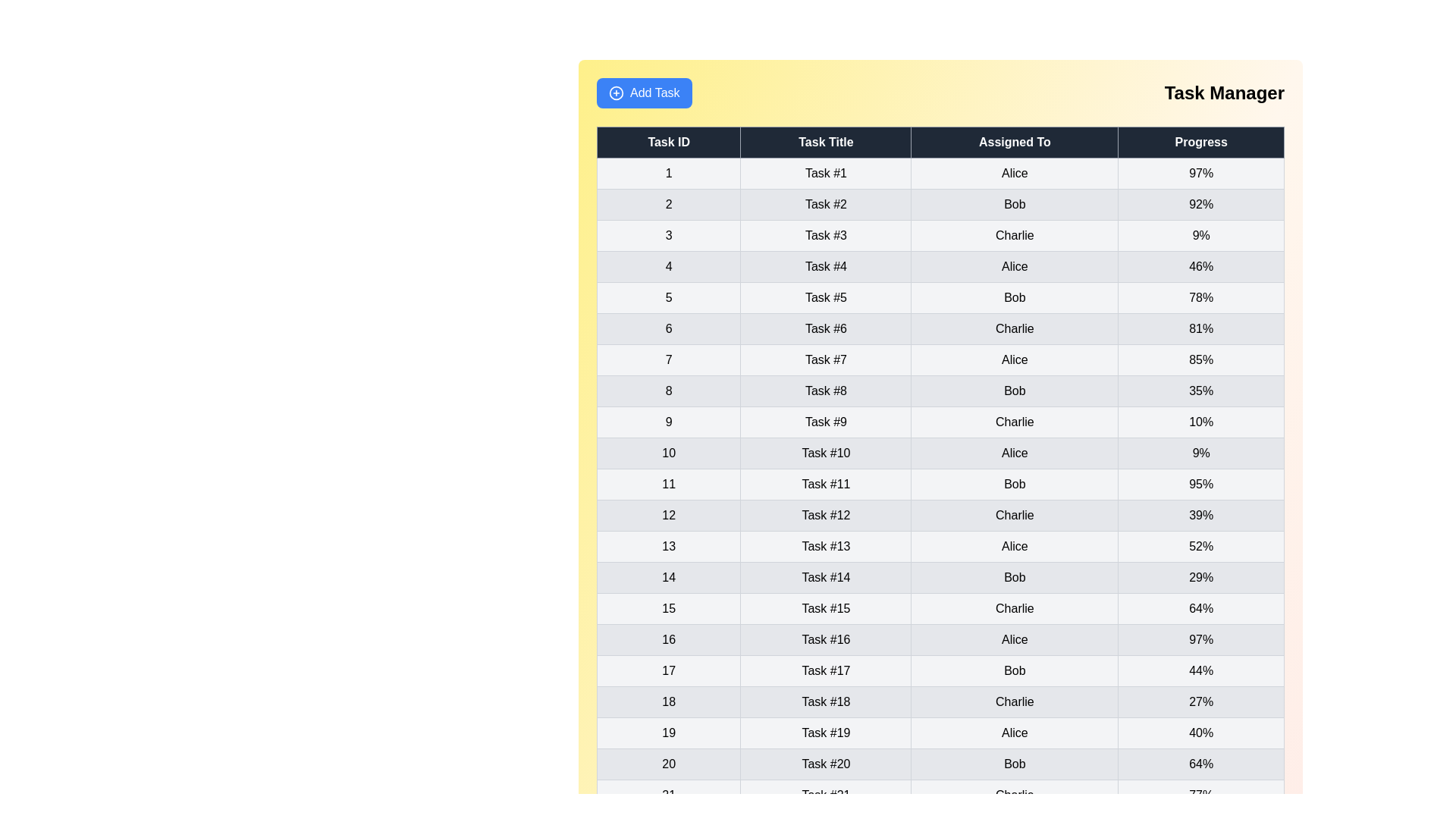  What do you see at coordinates (1015, 143) in the screenshot?
I see `the column header to sort the table by Assigned To` at bounding box center [1015, 143].